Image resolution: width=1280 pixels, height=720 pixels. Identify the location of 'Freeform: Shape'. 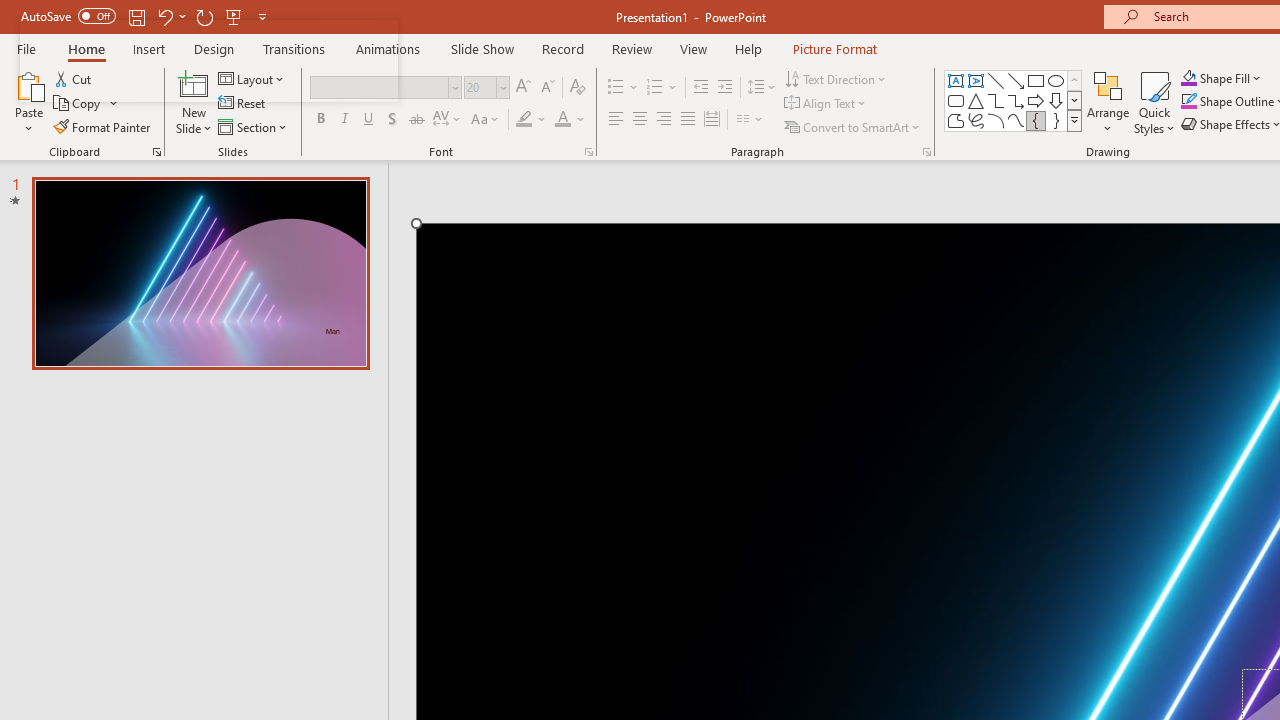
(955, 120).